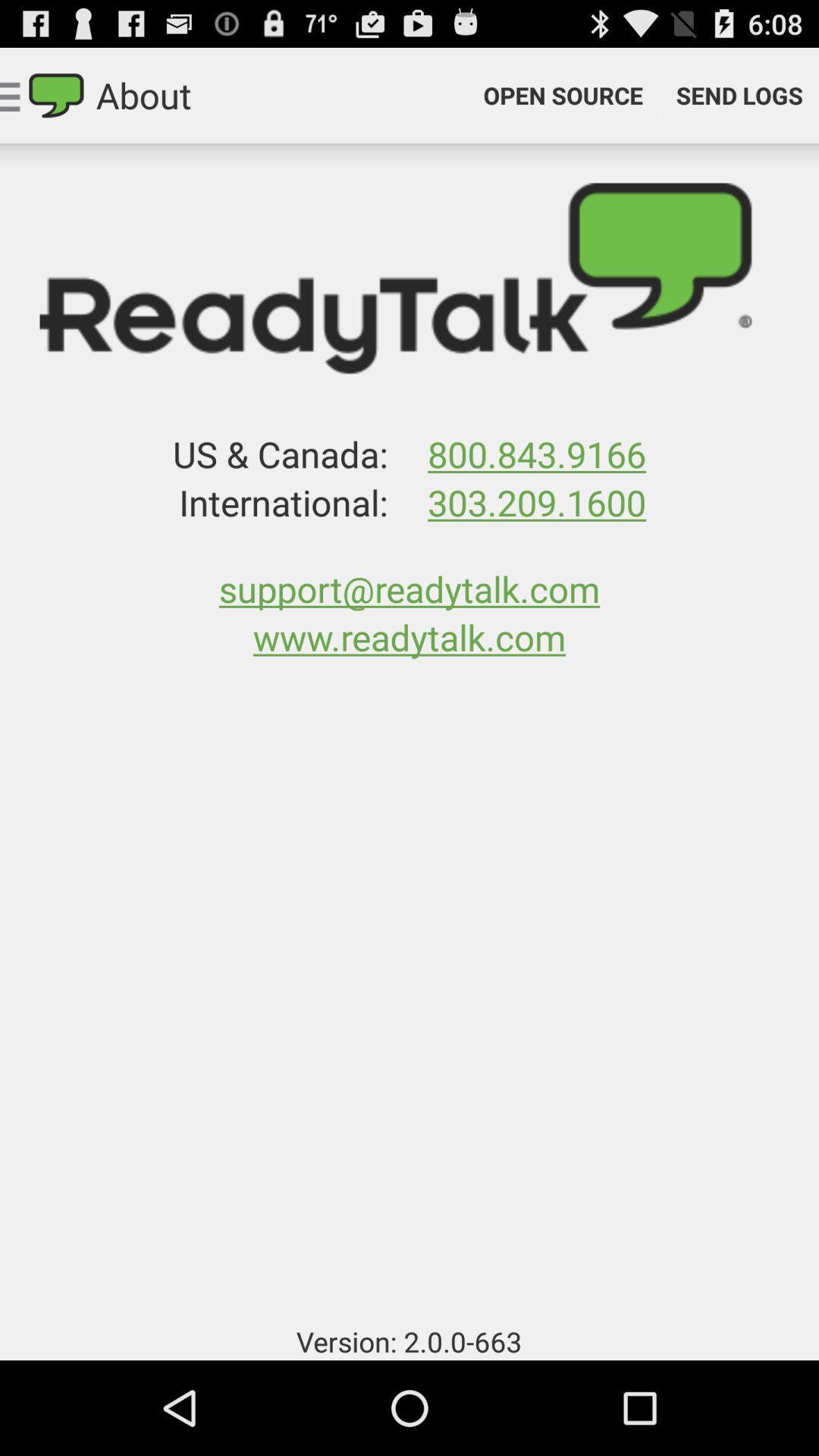 This screenshot has height=1456, width=819. What do you see at coordinates (536, 502) in the screenshot?
I see `the item below 800.843.9166 icon` at bounding box center [536, 502].